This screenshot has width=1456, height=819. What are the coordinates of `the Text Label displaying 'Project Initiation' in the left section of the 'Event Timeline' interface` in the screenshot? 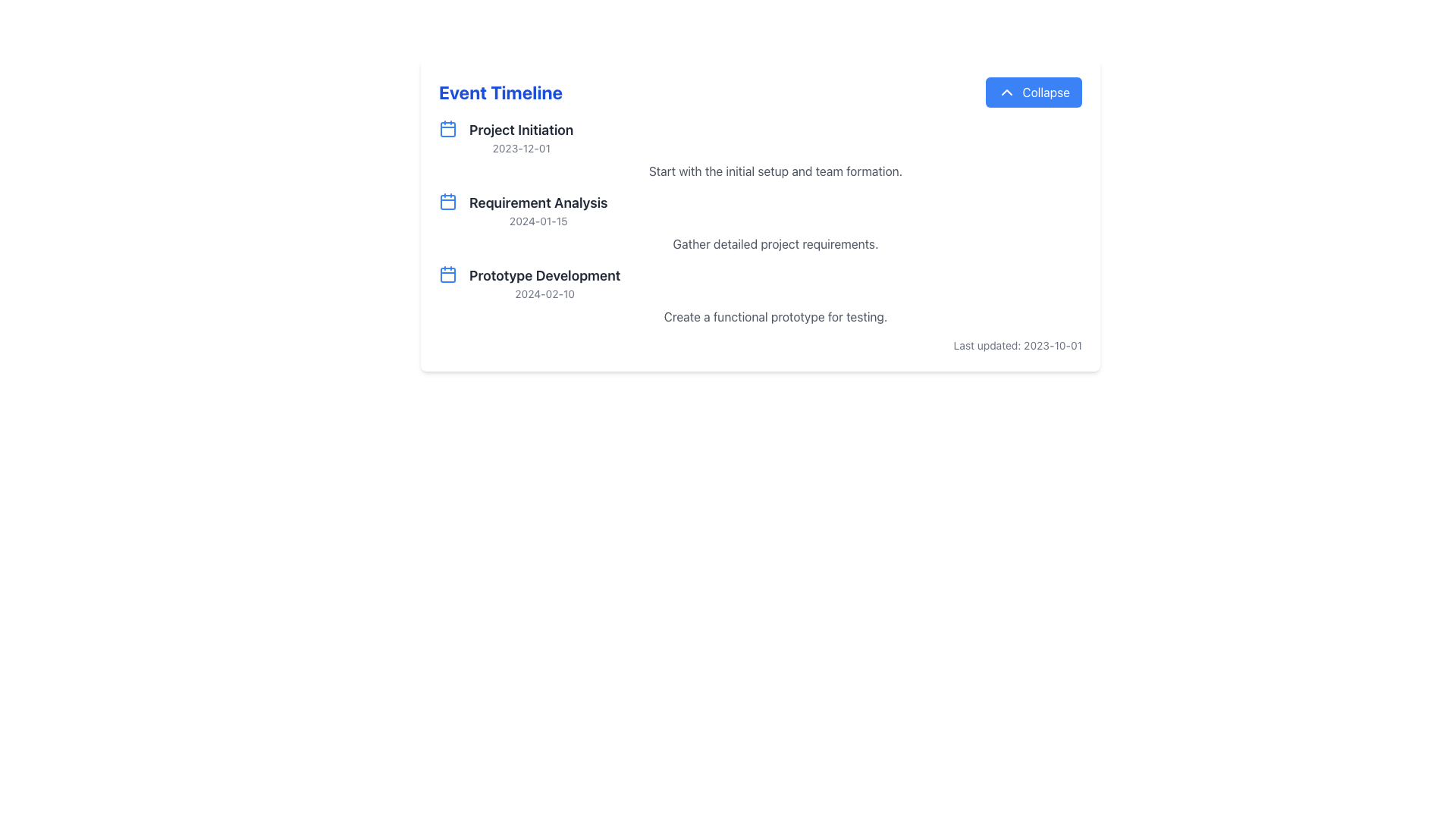 It's located at (521, 130).